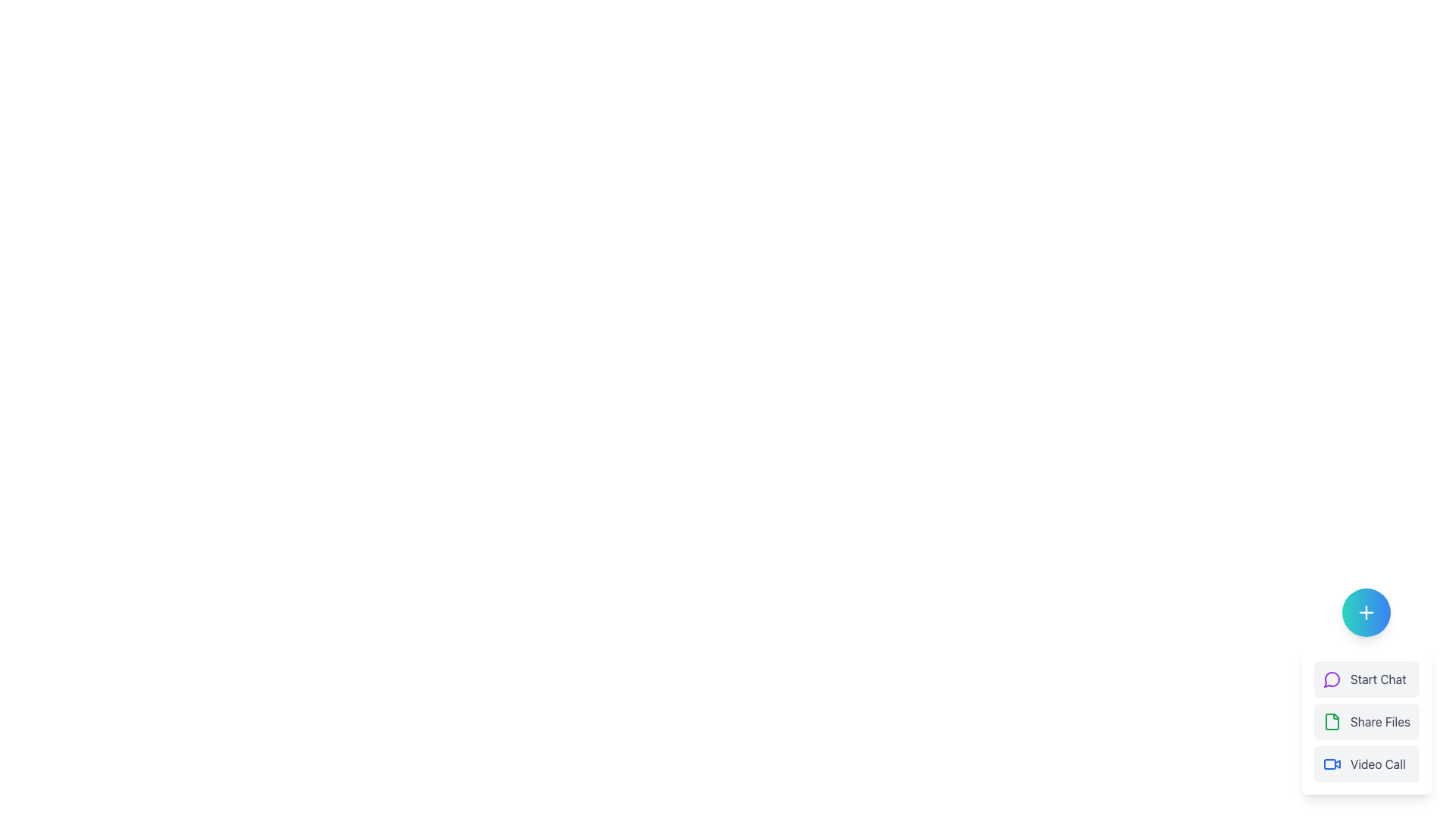  Describe the element at coordinates (1331, 764) in the screenshot. I see `the video camera icon with a blue outline located next to the 'Video Call' text in the button` at that location.